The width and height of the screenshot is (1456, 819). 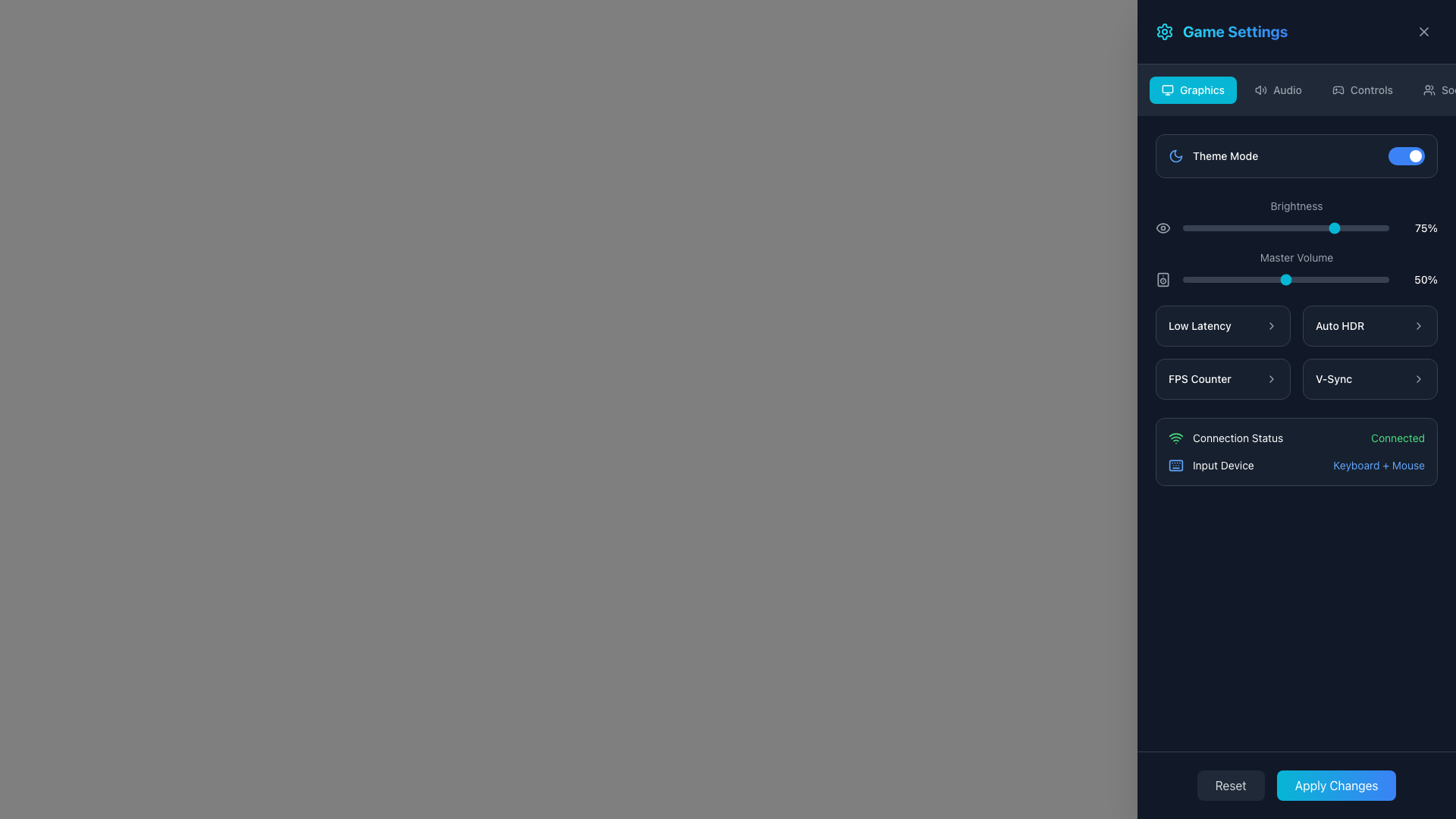 I want to click on the static text label displaying '75%' which indicates the current brightness level, located to the right of the brightness slider control, so click(x=1419, y=227).